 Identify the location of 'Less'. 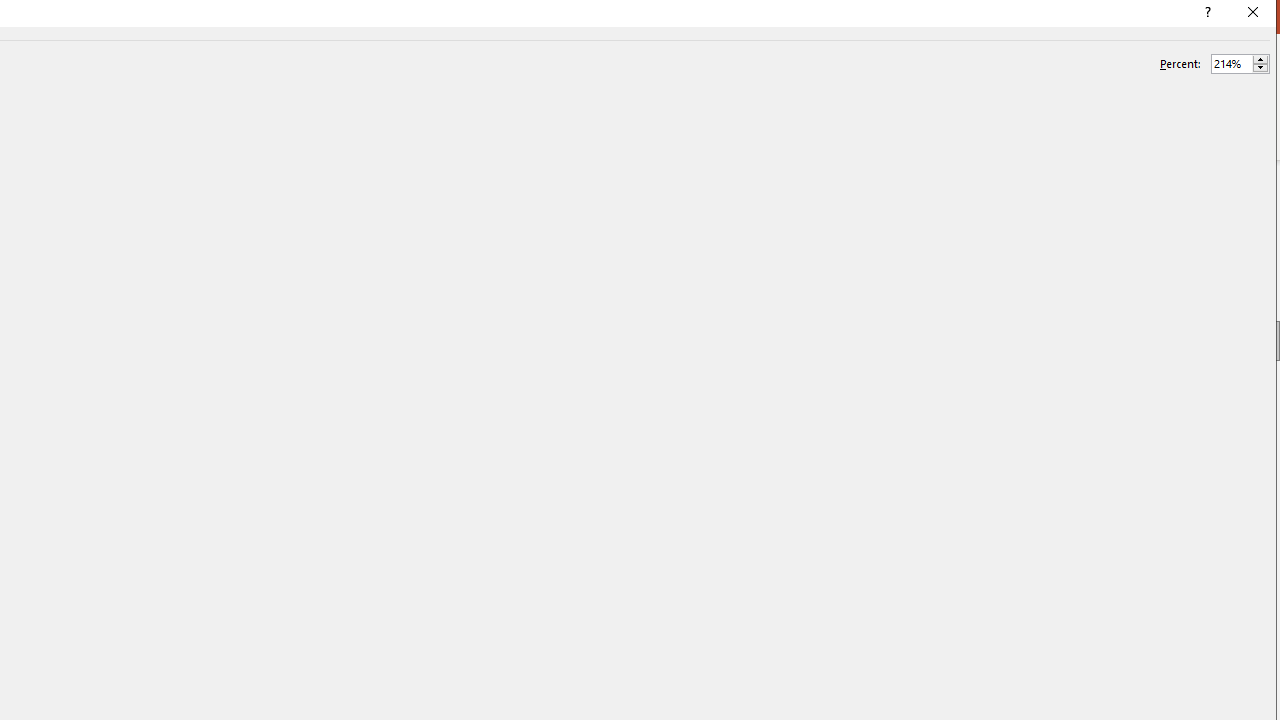
(1259, 67).